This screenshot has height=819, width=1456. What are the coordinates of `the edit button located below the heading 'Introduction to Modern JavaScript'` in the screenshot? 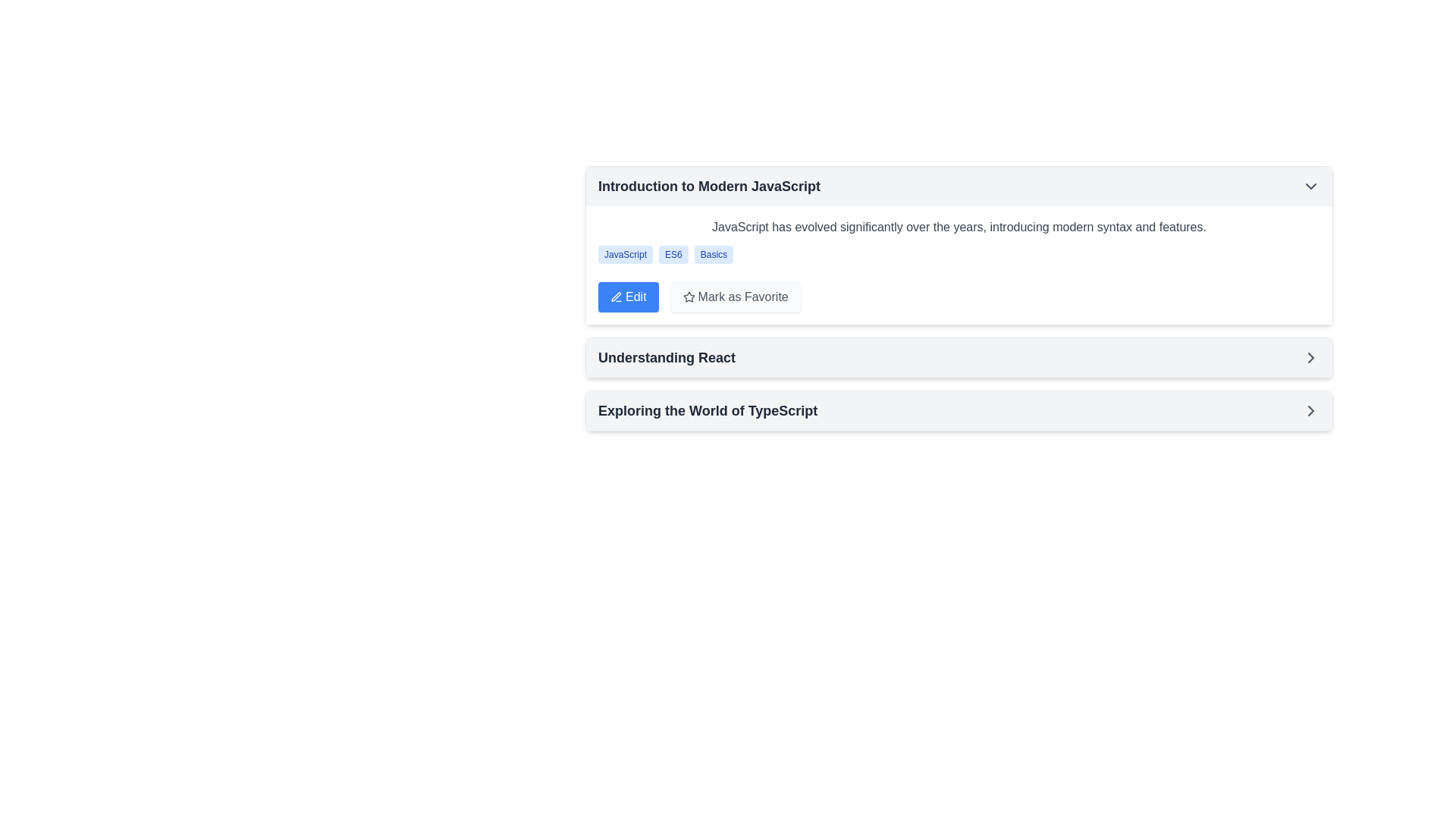 It's located at (628, 297).